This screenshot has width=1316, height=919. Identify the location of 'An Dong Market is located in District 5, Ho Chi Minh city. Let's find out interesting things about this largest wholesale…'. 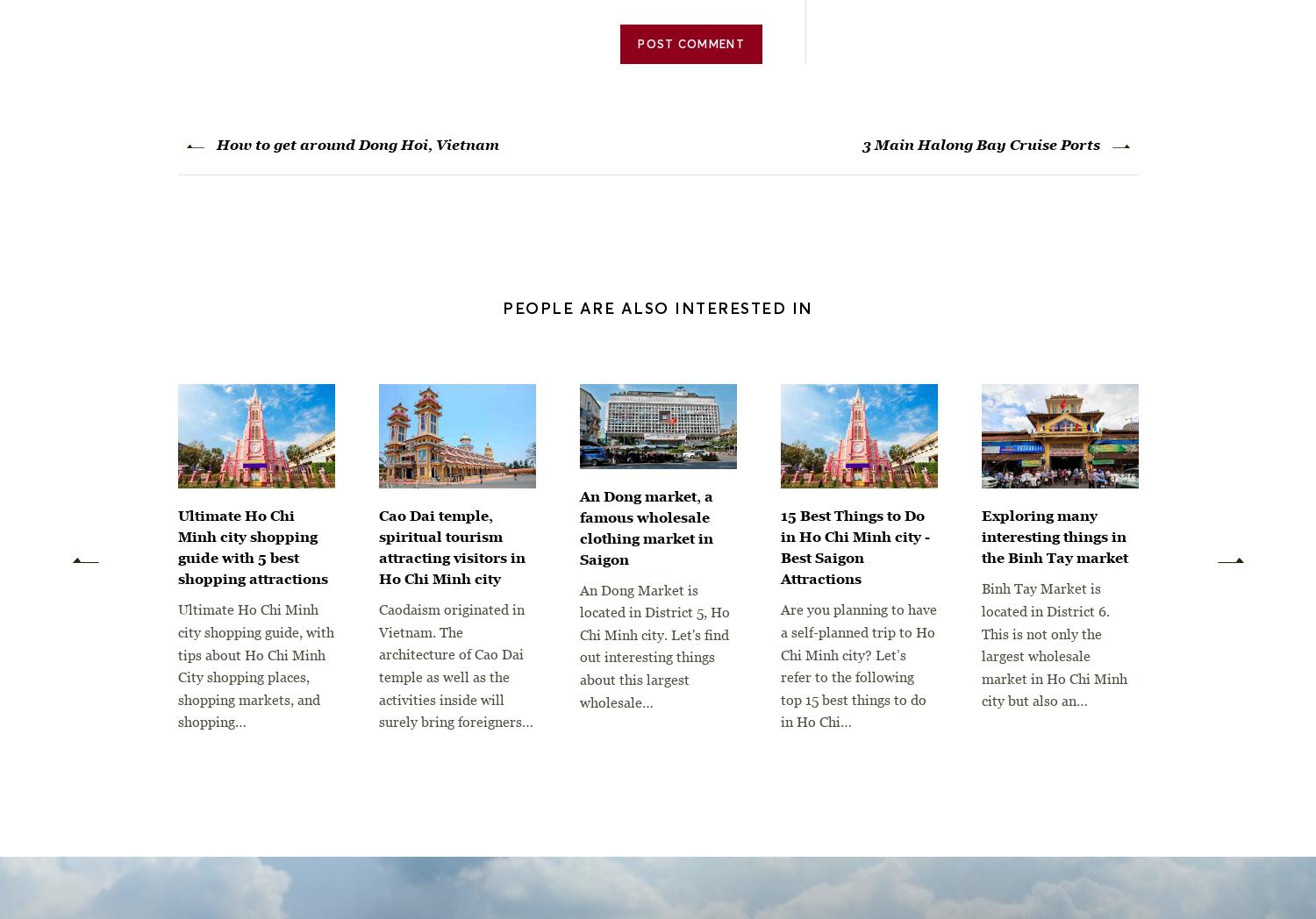
(653, 645).